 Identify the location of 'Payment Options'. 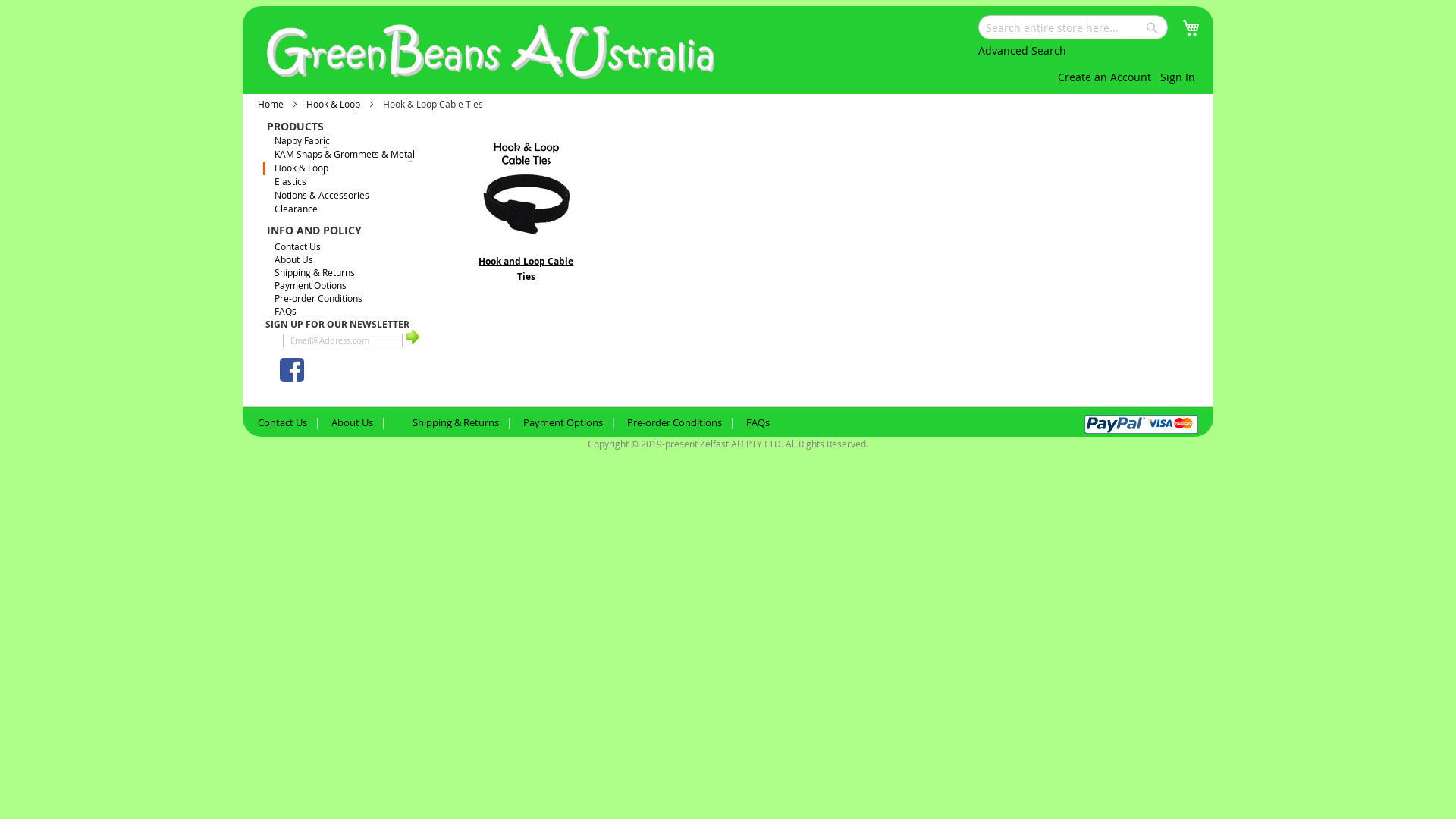
(562, 426).